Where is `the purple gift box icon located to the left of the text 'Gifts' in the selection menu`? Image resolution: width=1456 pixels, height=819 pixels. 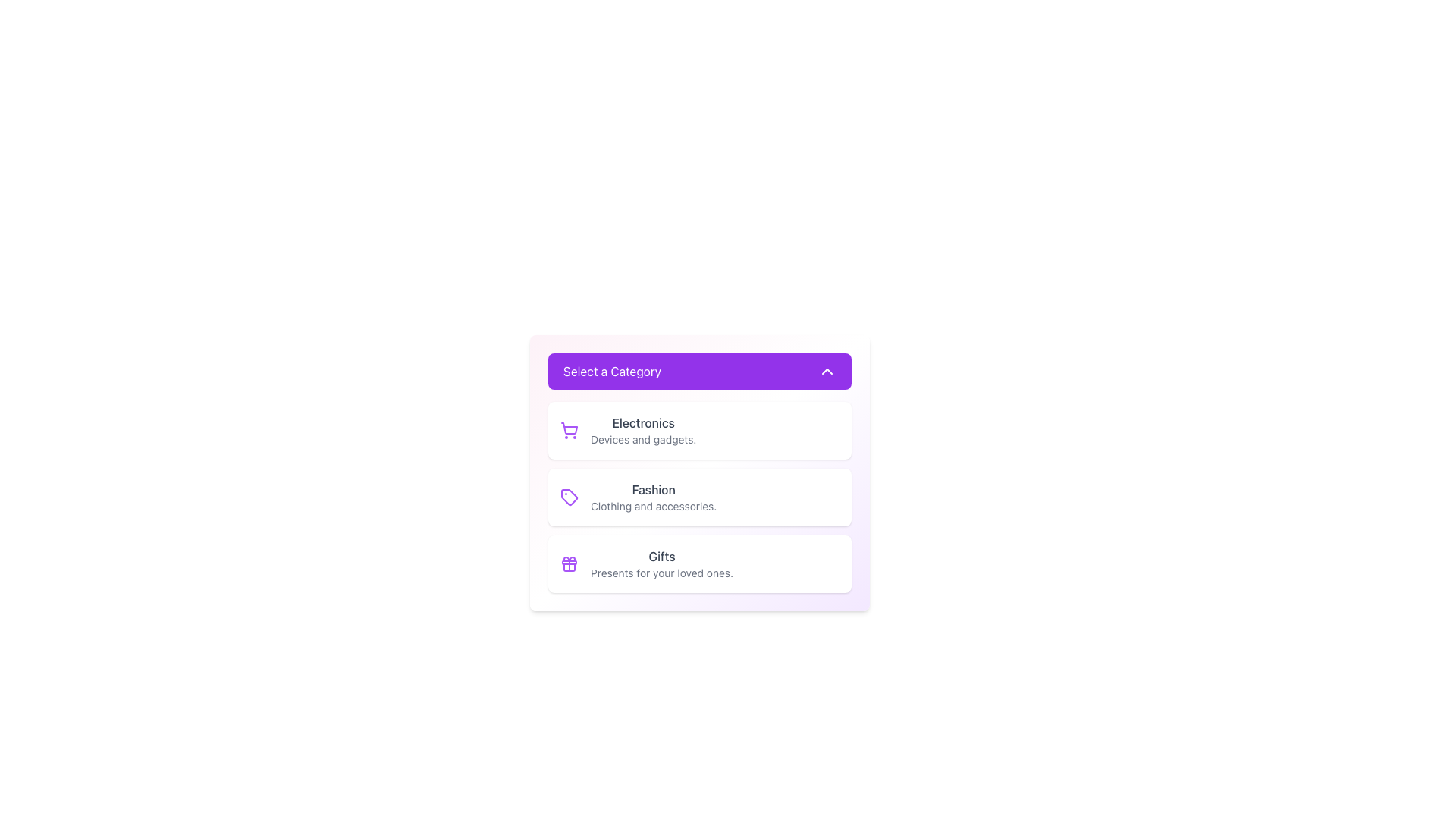
the purple gift box icon located to the left of the text 'Gifts' in the selection menu is located at coordinates (568, 564).